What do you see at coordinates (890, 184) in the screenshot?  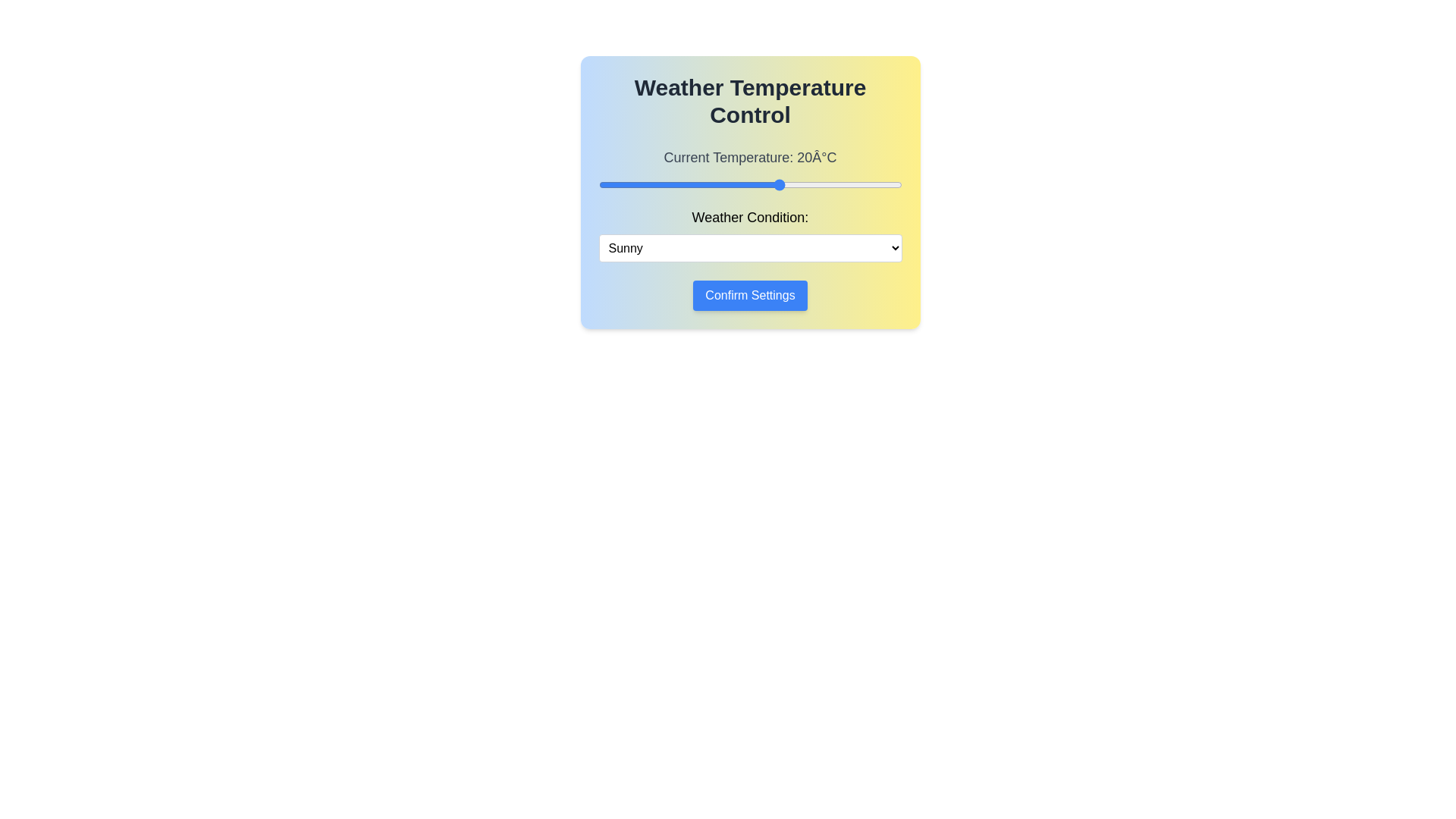 I see `the temperature slider to set the temperature to 38°C` at bounding box center [890, 184].